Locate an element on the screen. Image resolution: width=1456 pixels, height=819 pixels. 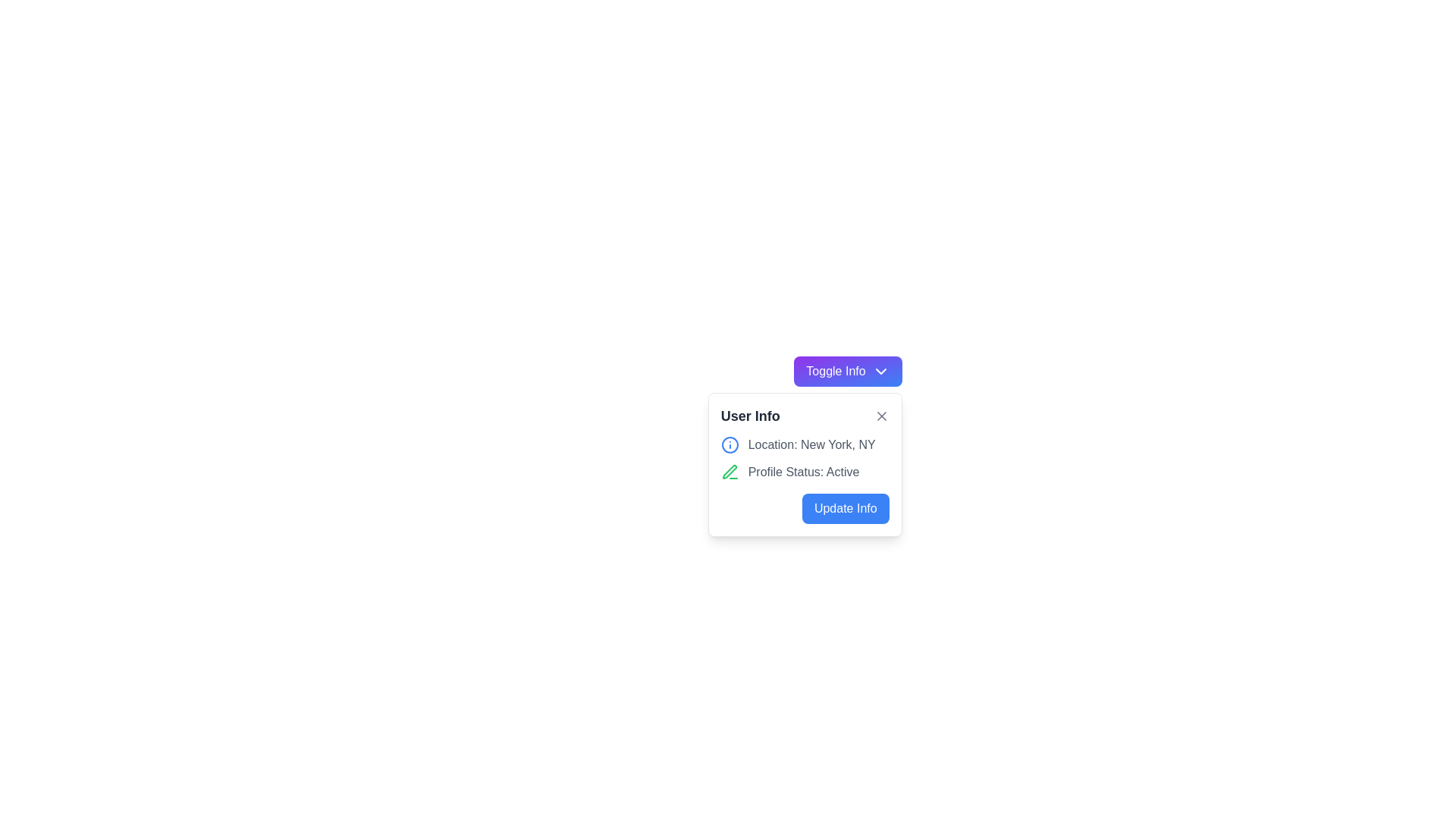
the circular SVG element representing the information icon, which is the largest circular component within the 24x24 icon located at the bottom right of the user information panel is located at coordinates (730, 444).